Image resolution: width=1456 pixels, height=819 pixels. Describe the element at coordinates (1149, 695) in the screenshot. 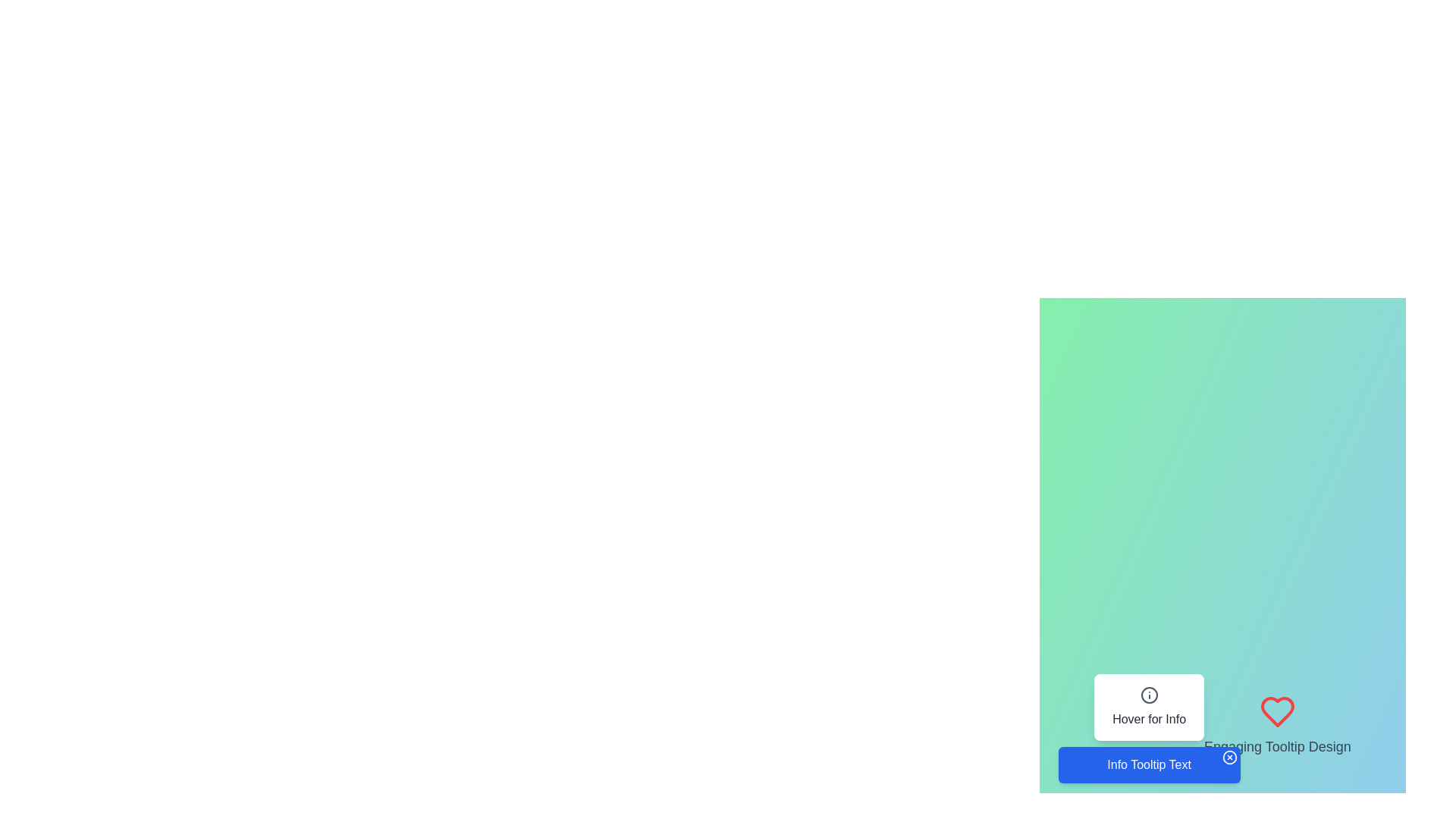

I see `the icon that indicates additional information, which is located at the top of a white card labeled 'Hover for Info'` at that location.